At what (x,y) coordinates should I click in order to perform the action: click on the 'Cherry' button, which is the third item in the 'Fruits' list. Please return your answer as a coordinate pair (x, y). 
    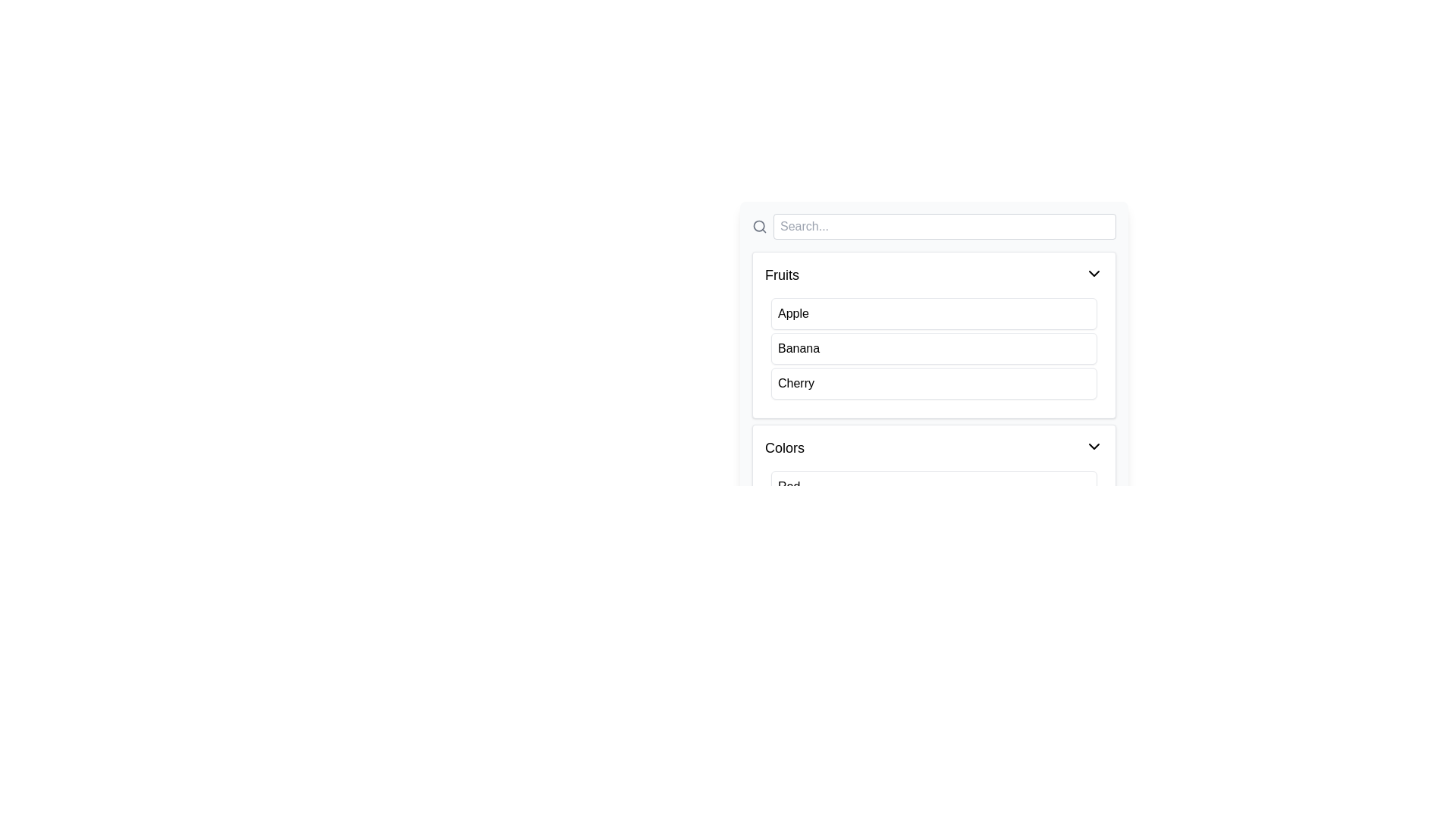
    Looking at the image, I should click on (934, 382).